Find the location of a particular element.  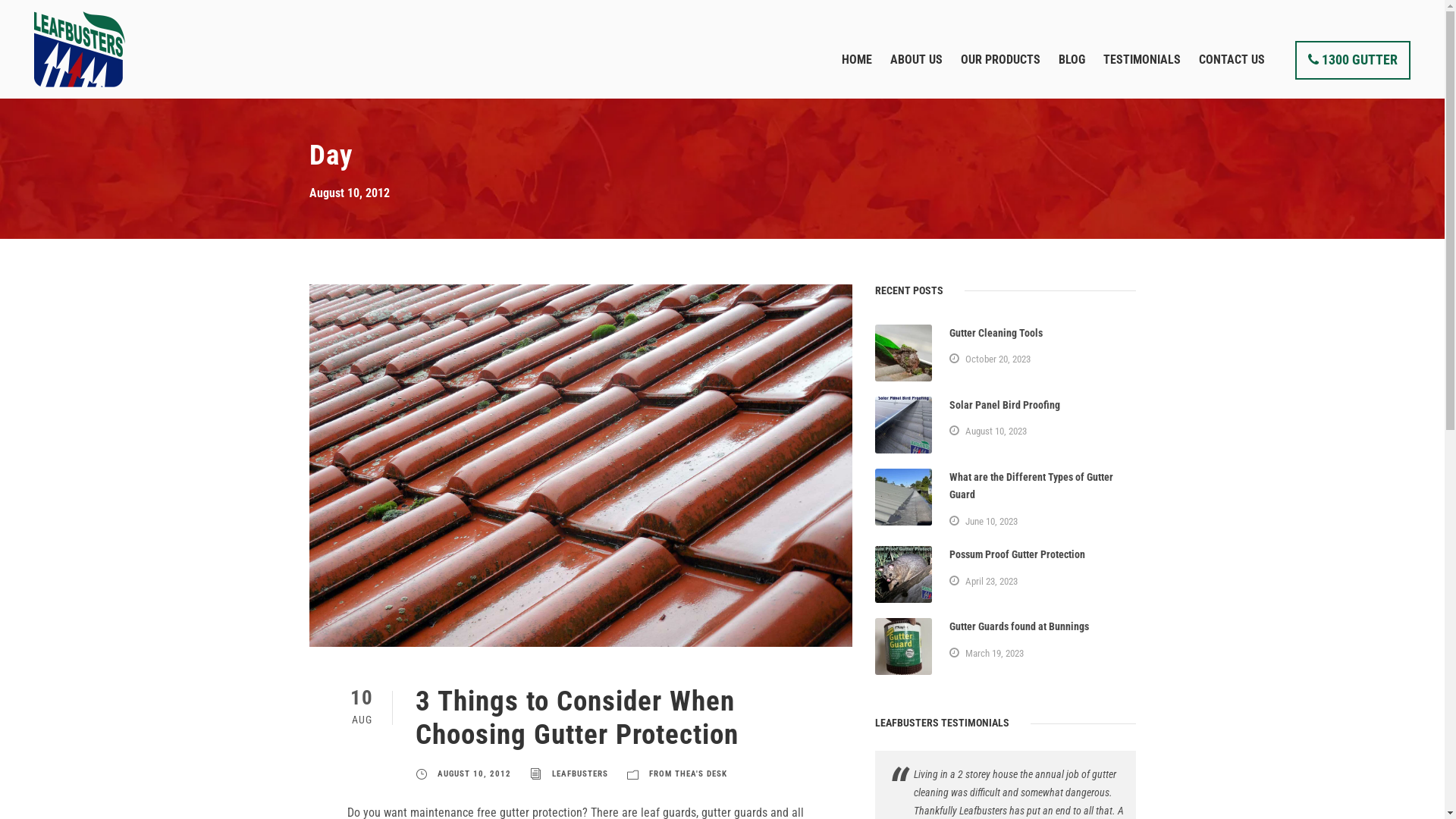

'October 20, 2023' is located at coordinates (997, 359).